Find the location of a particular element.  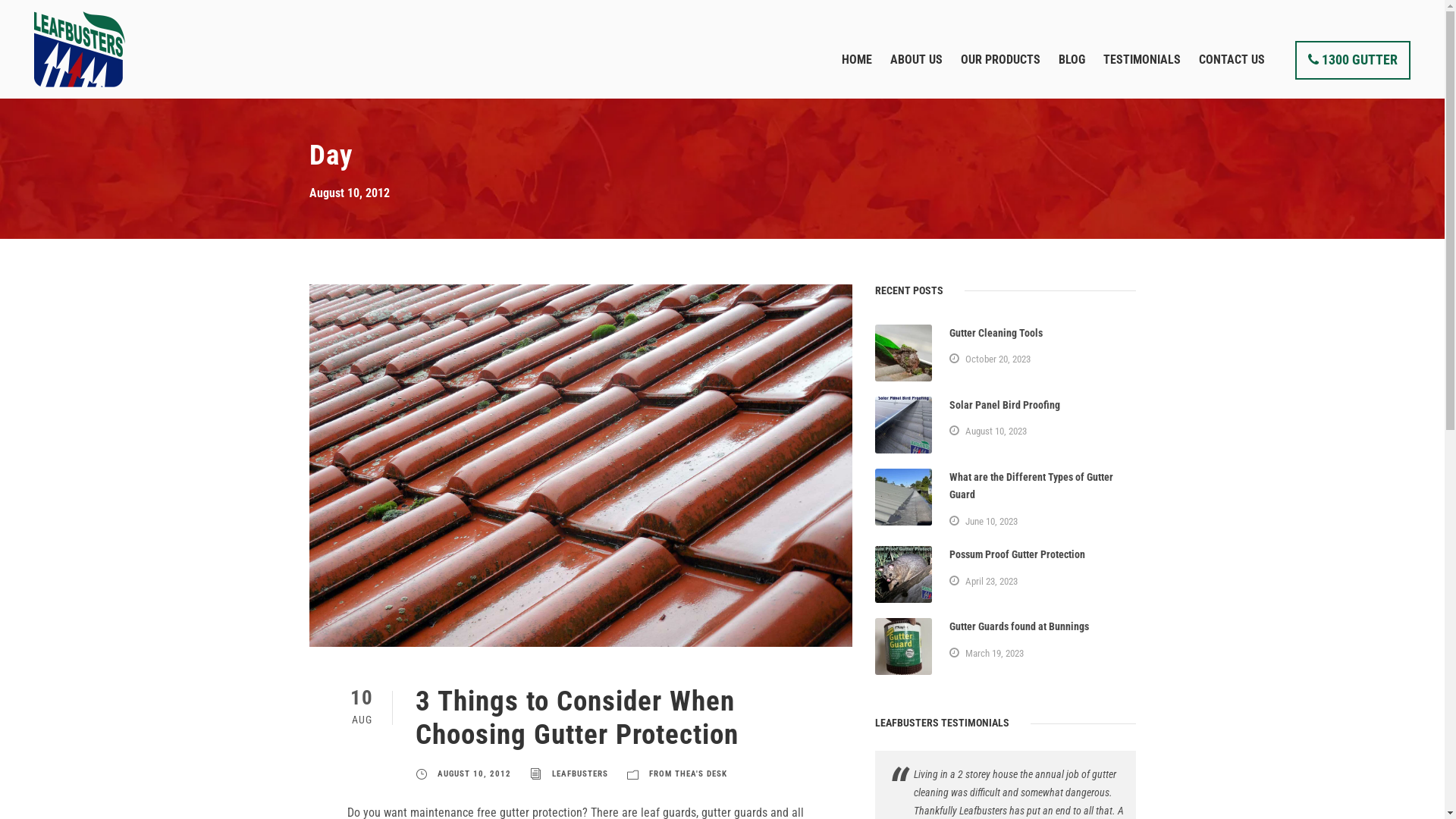

'October 20, 2023' is located at coordinates (997, 359).